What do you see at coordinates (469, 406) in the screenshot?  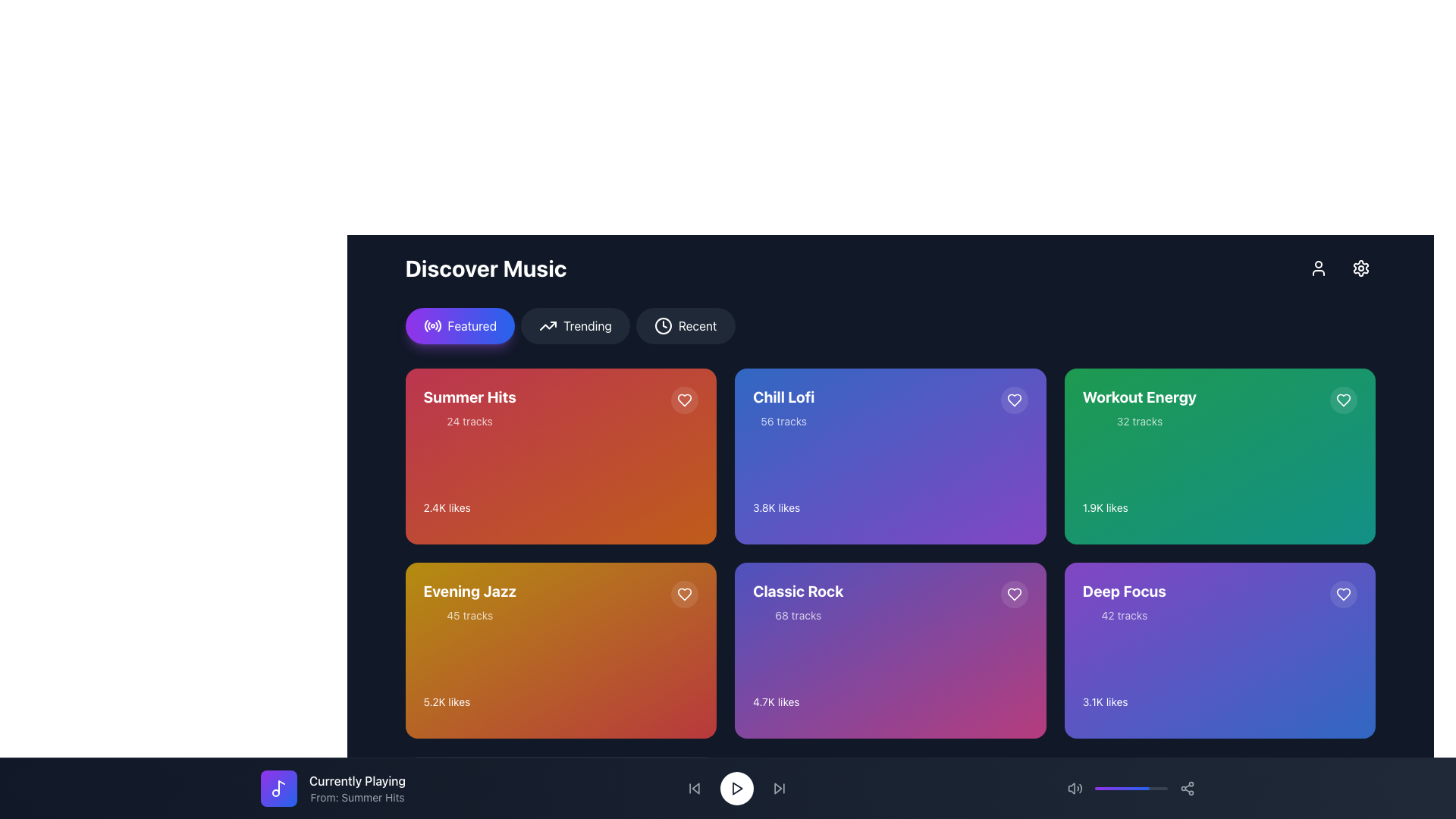 I see `title 'Summer Hits' and the subtitle '24 tracks' from the textual label in the top-left corner of the Discover Music section` at bounding box center [469, 406].